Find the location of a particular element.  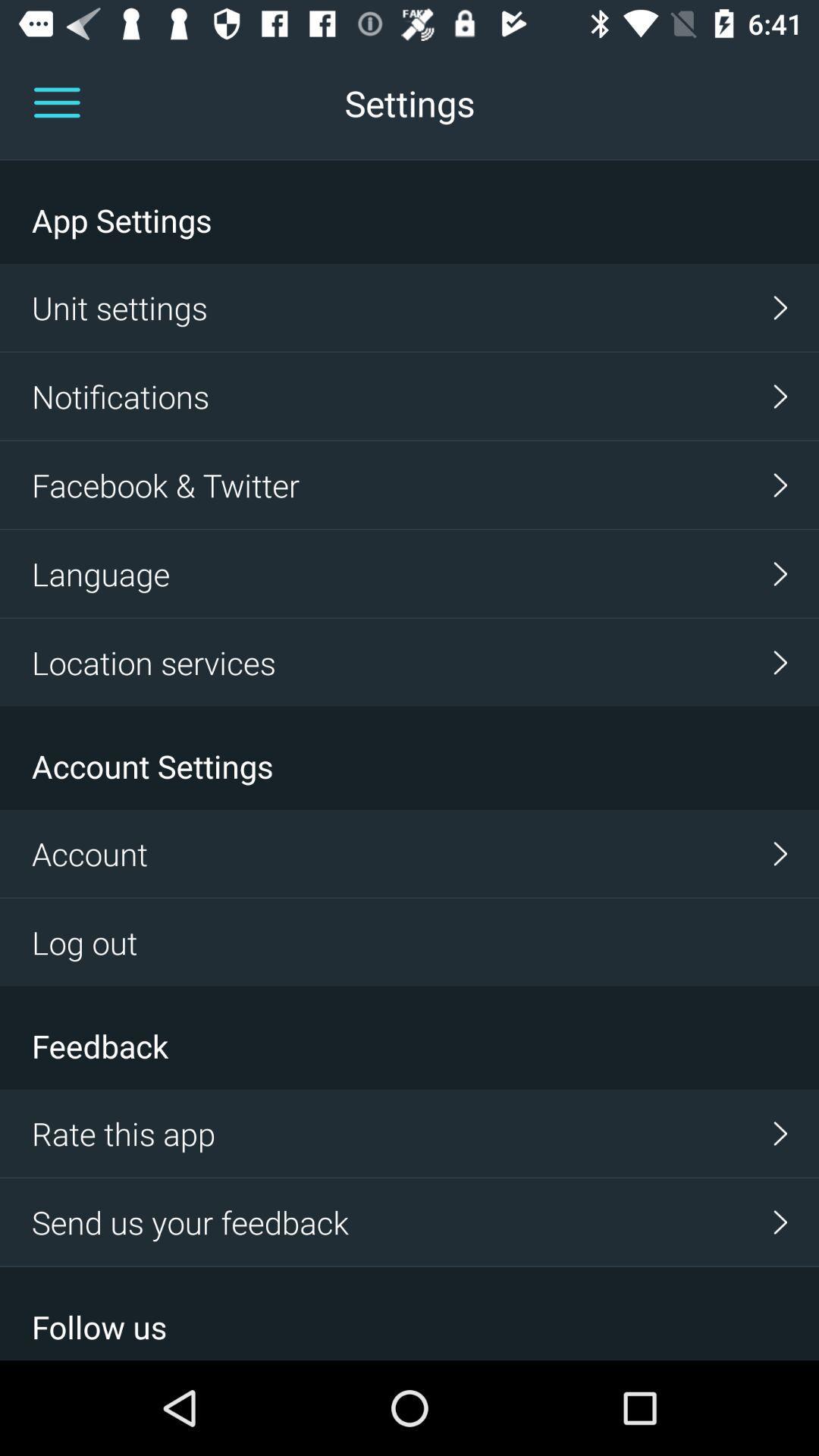

main menu is located at coordinates (56, 102).